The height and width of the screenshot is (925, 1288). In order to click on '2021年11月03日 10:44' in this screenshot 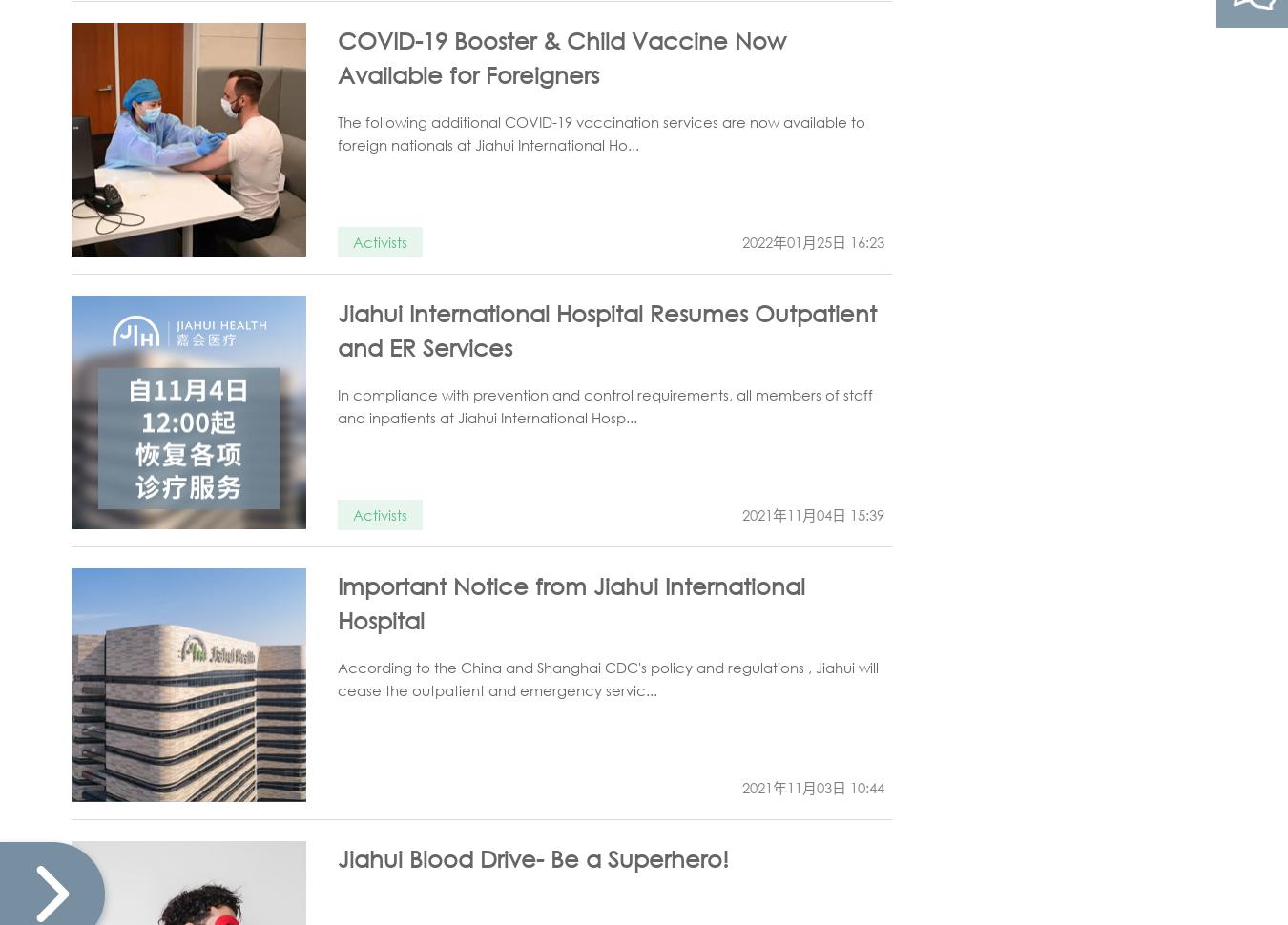, I will do `click(741, 786)`.